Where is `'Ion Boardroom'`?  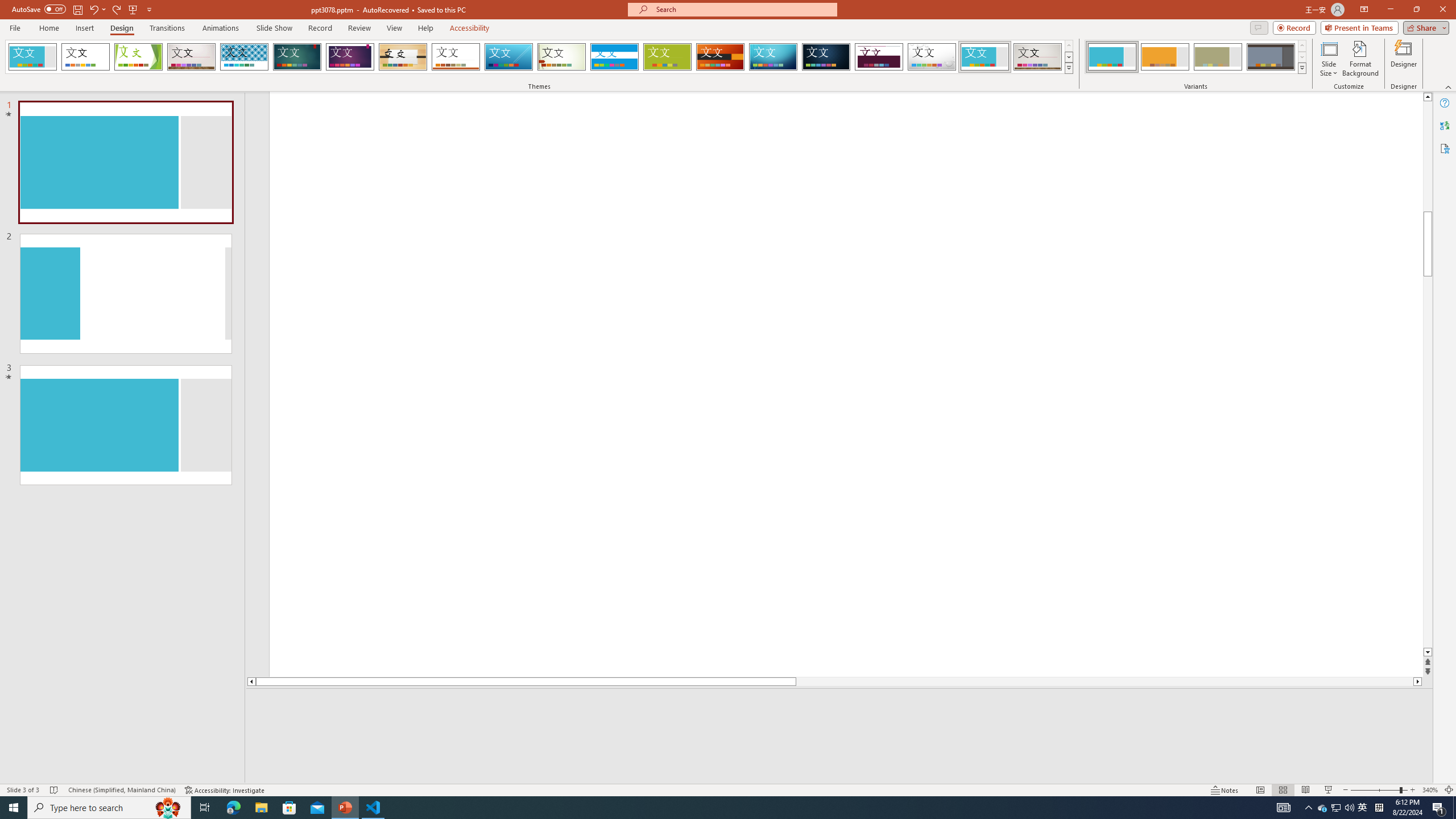 'Ion Boardroom' is located at coordinates (350, 56).